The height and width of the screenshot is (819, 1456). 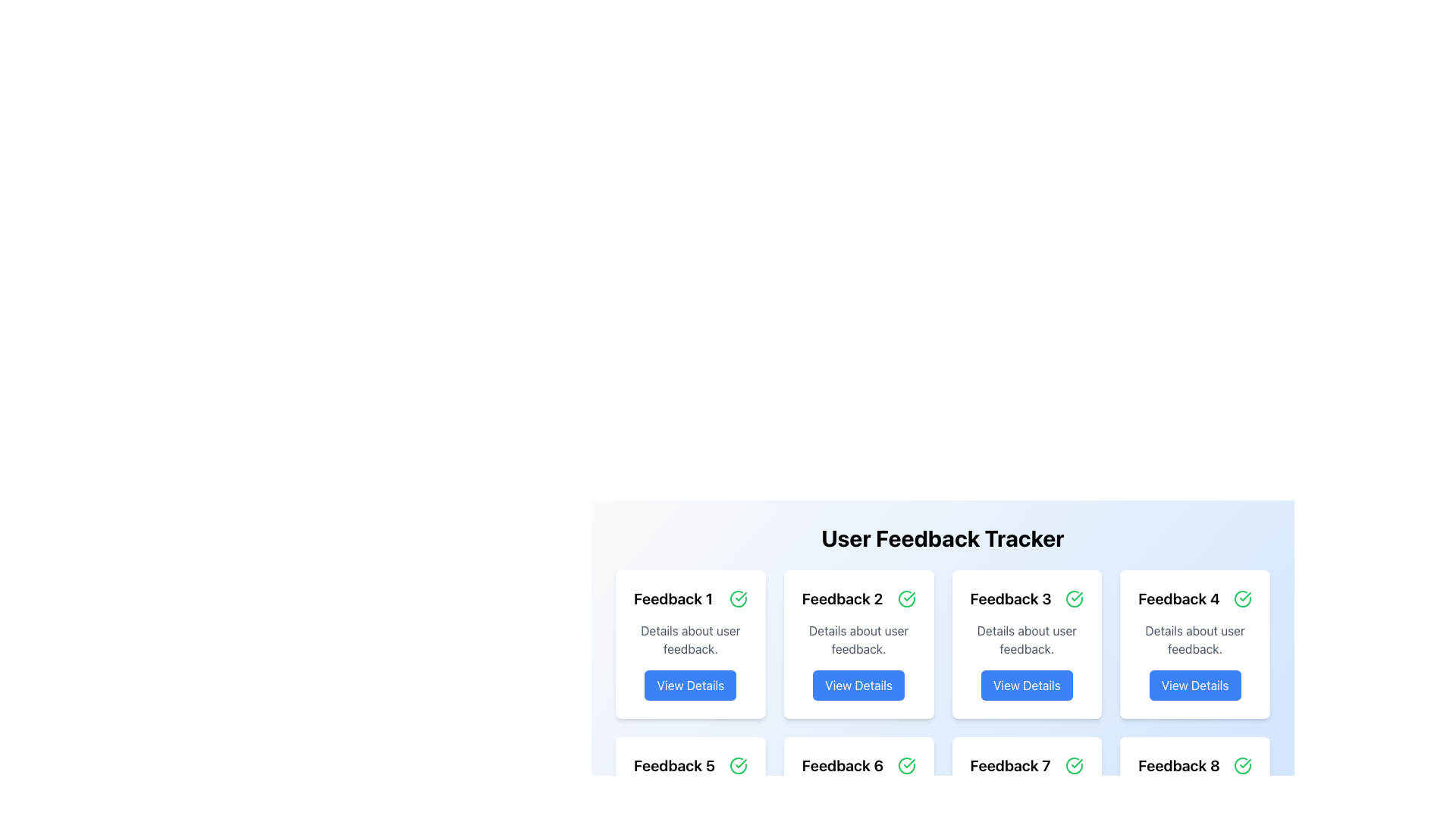 I want to click on the 'Feedback 3' label which features bold text and a green checkmark icon, located at the top center of the third card in the first row, so click(x=1027, y=598).